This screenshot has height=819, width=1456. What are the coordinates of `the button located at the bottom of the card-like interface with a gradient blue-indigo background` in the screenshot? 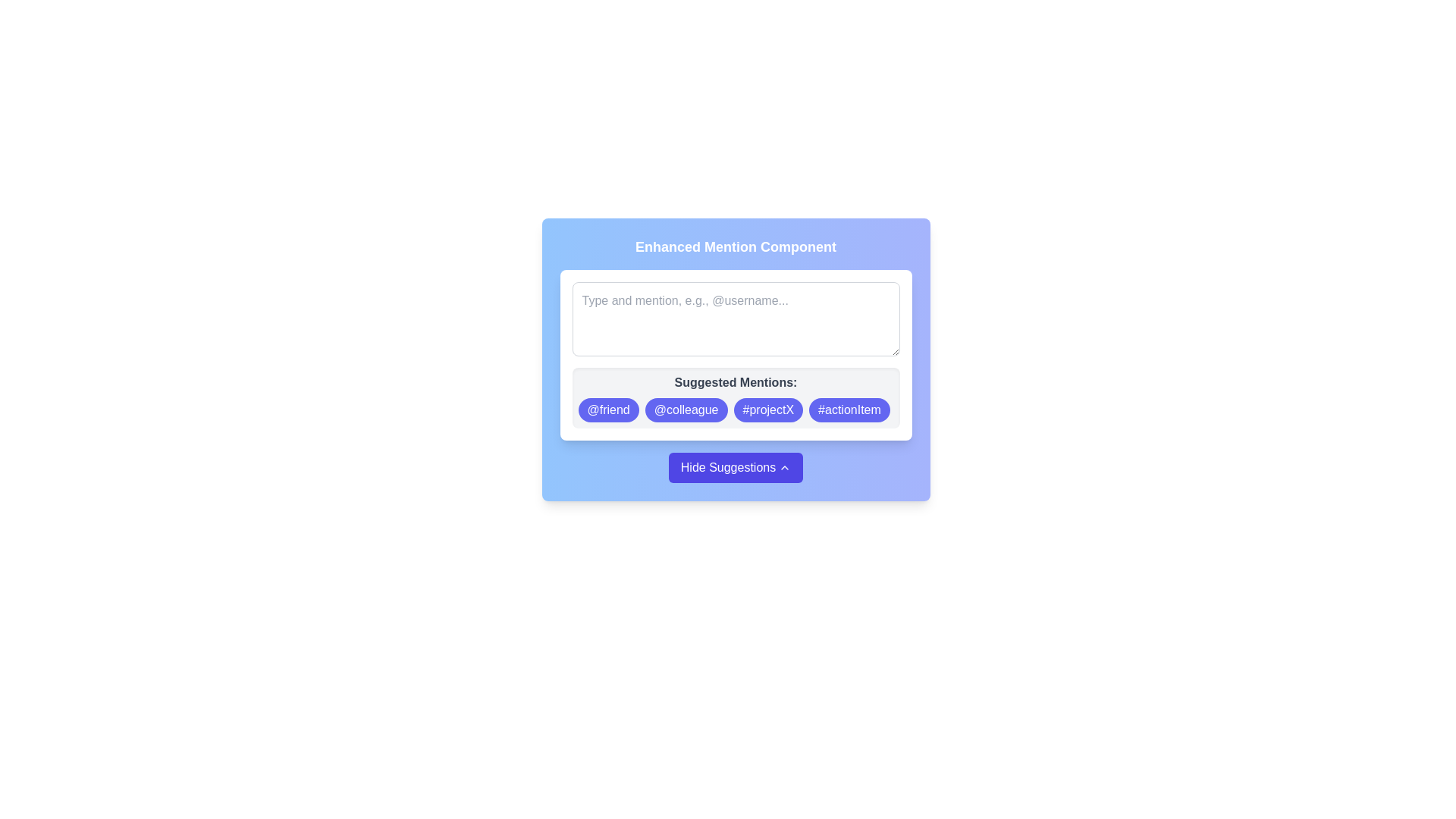 It's located at (736, 467).